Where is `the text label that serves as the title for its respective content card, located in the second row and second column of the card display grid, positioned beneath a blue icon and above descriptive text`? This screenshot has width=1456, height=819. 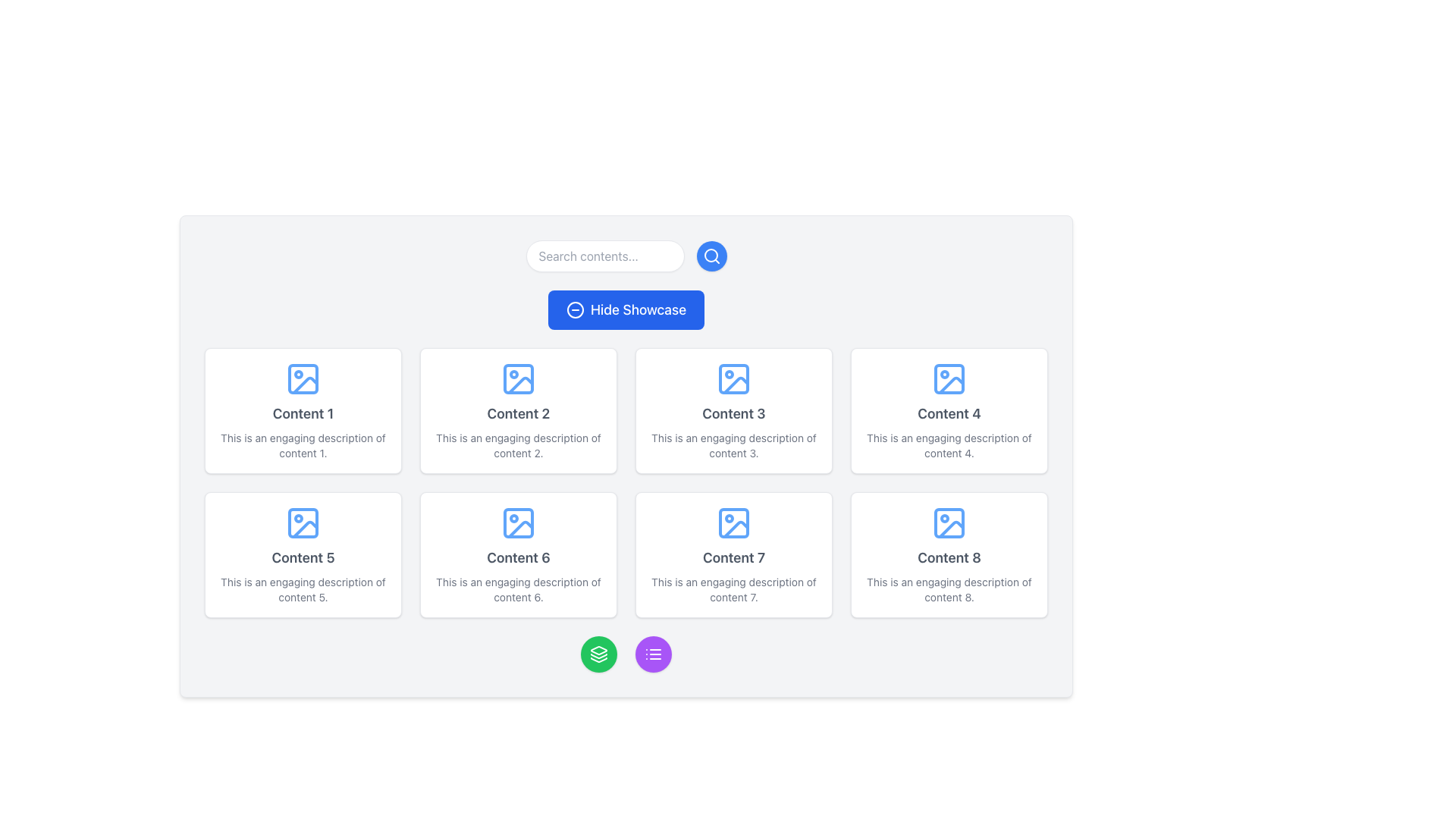 the text label that serves as the title for its respective content card, located in the second row and second column of the card display grid, positioned beneath a blue icon and above descriptive text is located at coordinates (734, 414).